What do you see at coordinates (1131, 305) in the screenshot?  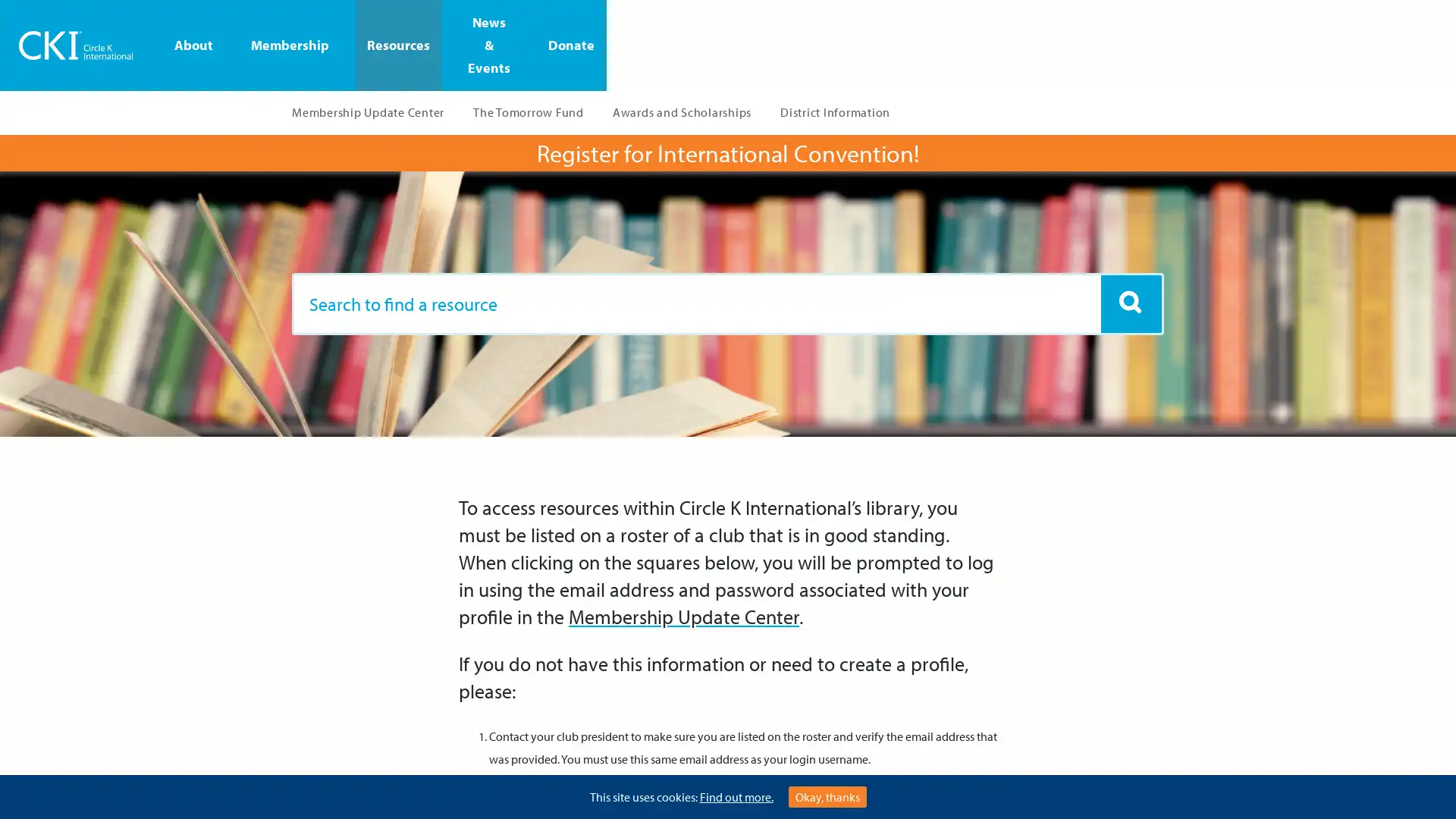 I see `Artboard 1 copy 6` at bounding box center [1131, 305].